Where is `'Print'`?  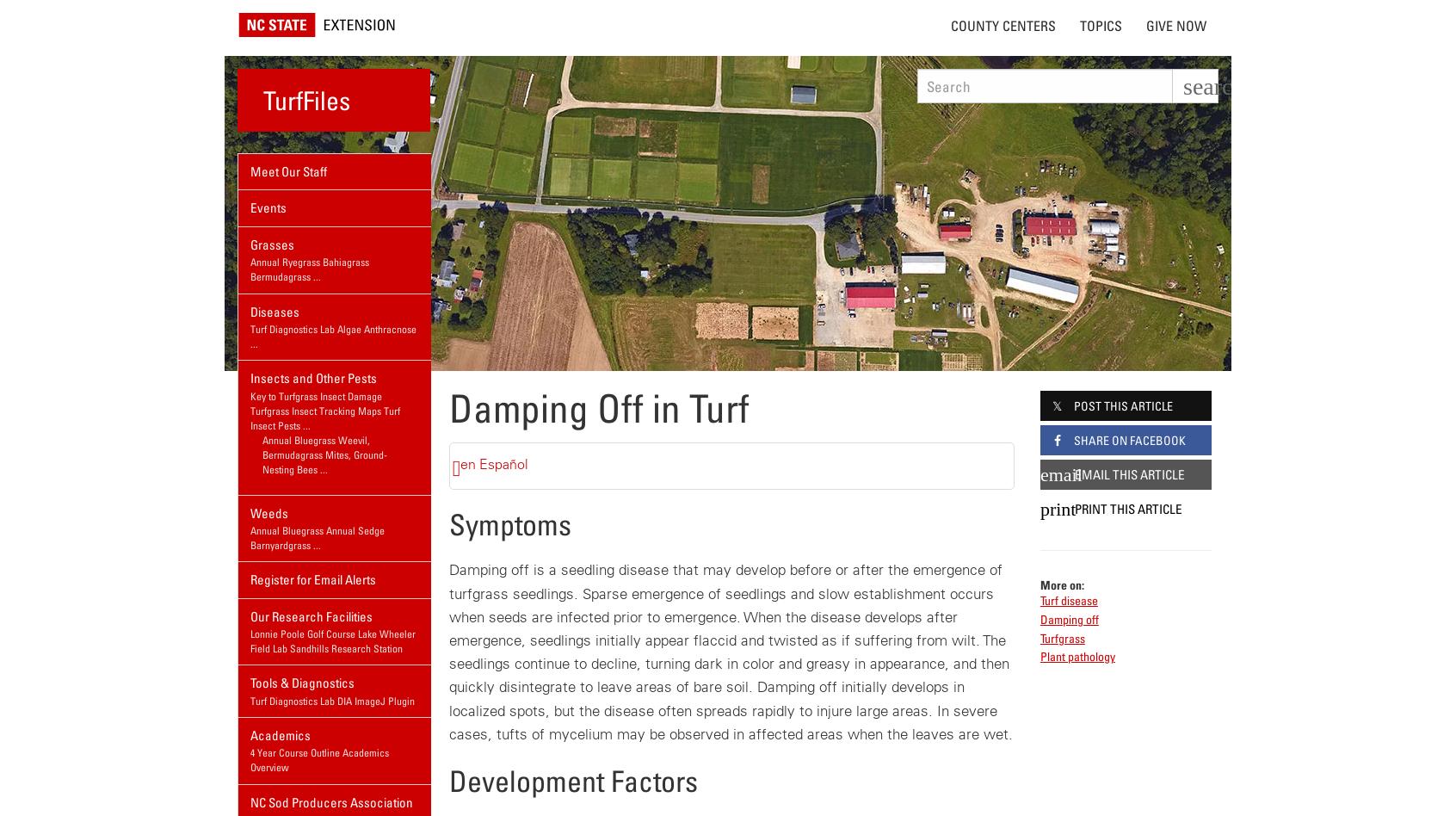
'Print' is located at coordinates (1091, 508).